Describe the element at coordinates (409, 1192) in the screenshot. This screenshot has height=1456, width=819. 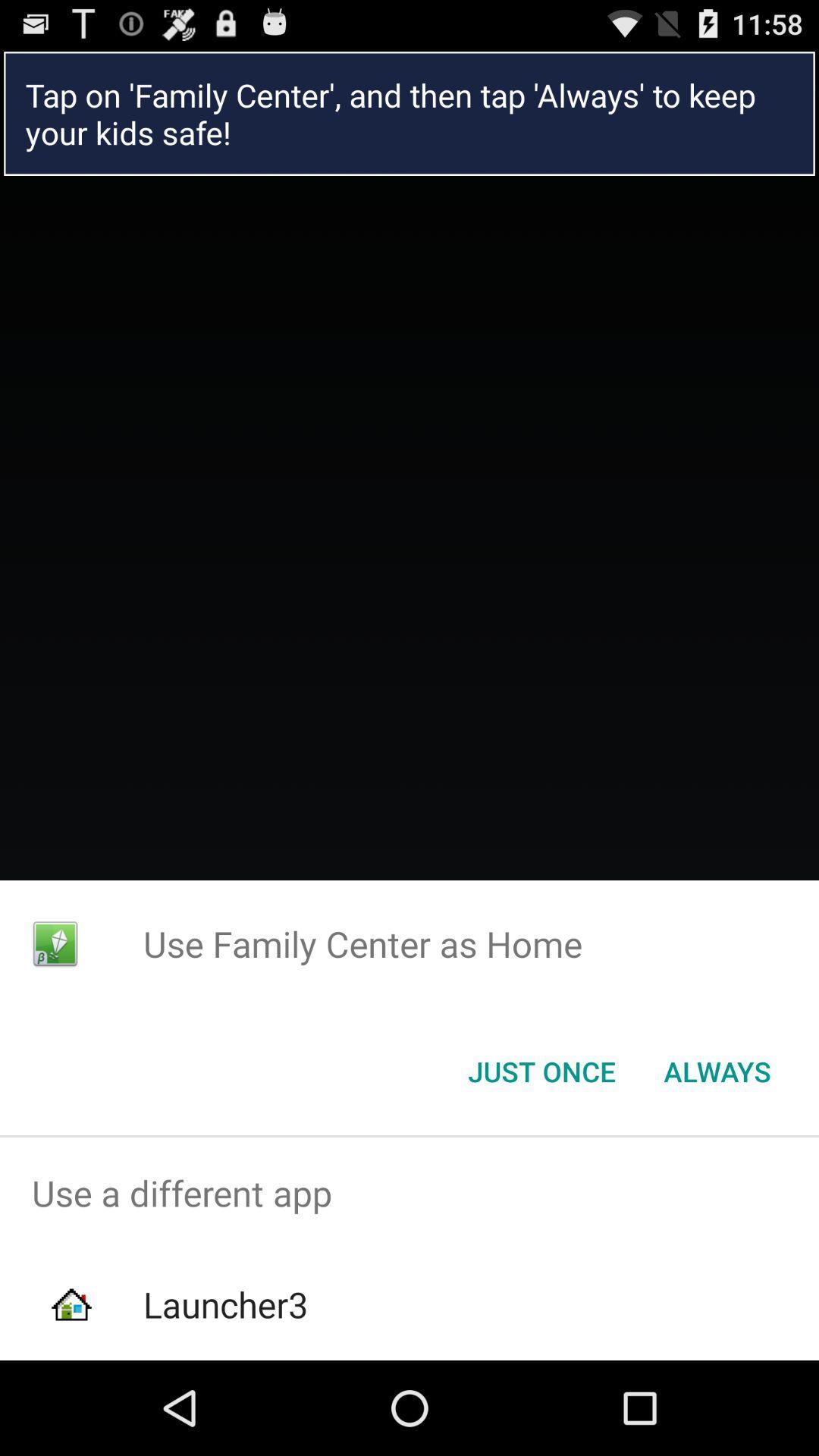
I see `the use a different app` at that location.